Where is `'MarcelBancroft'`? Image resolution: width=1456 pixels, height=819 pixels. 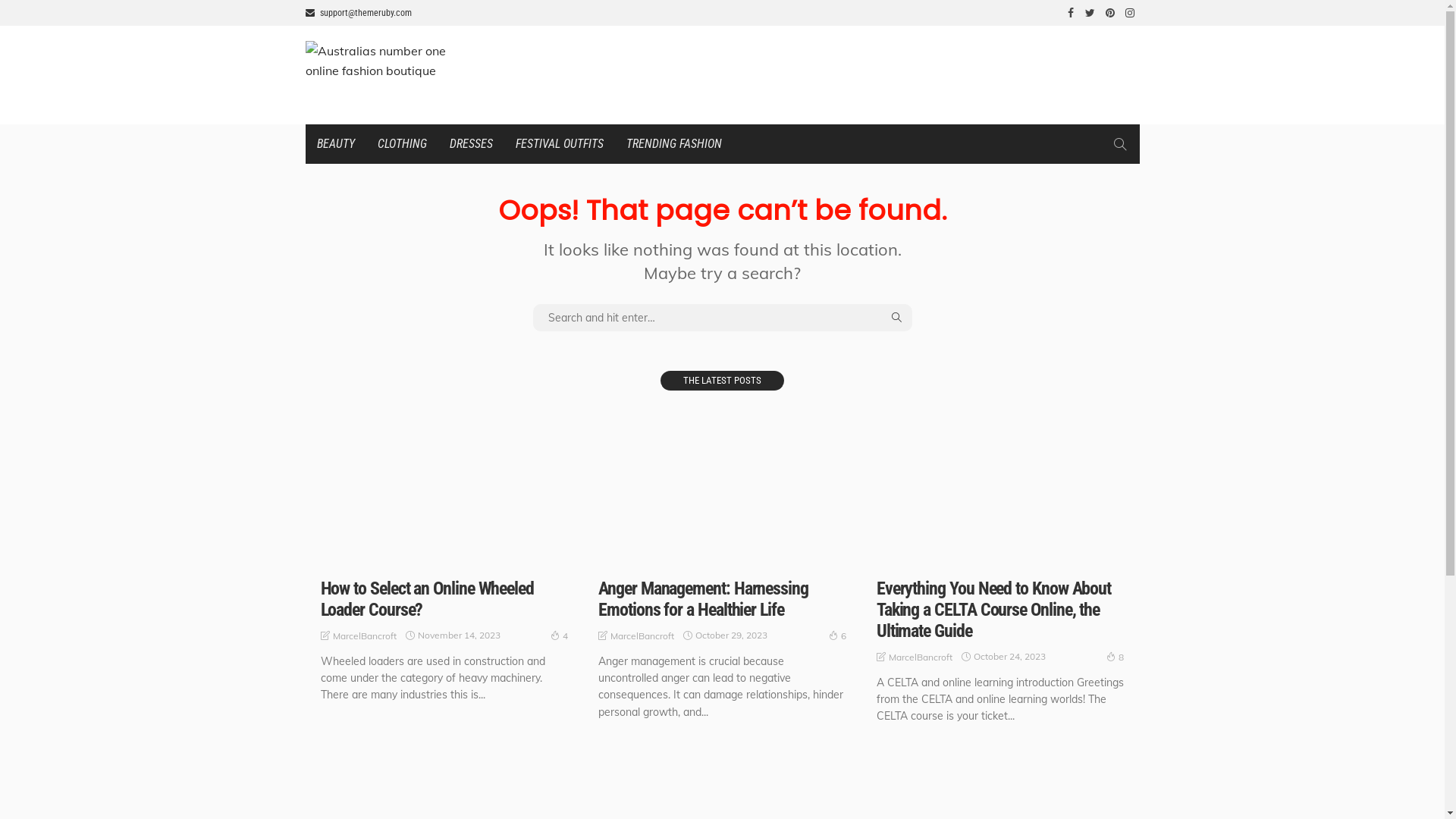
'MarcelBancroft' is located at coordinates (364, 636).